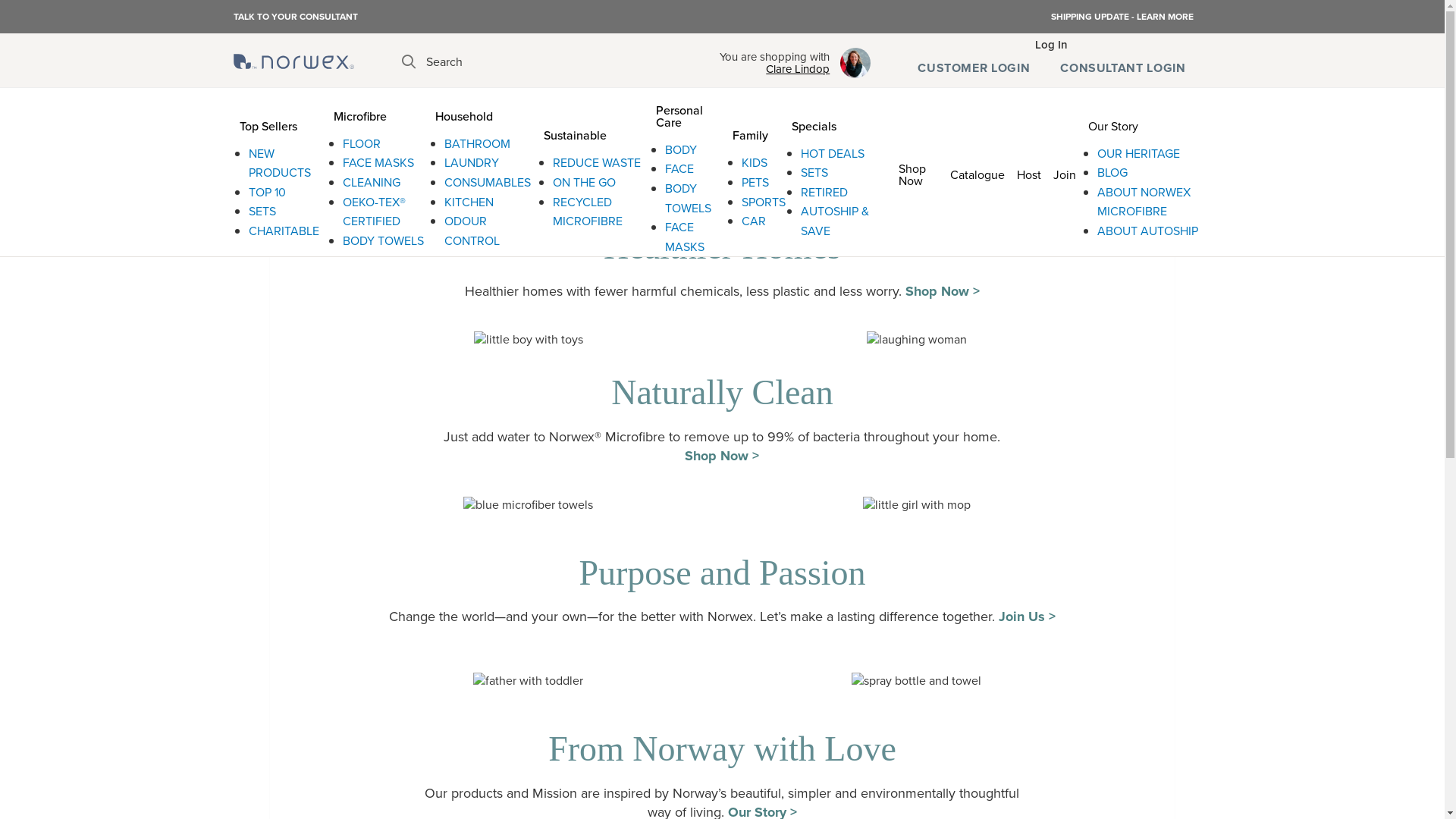 The image size is (1456, 819). I want to click on 'RETIRED', so click(823, 191).